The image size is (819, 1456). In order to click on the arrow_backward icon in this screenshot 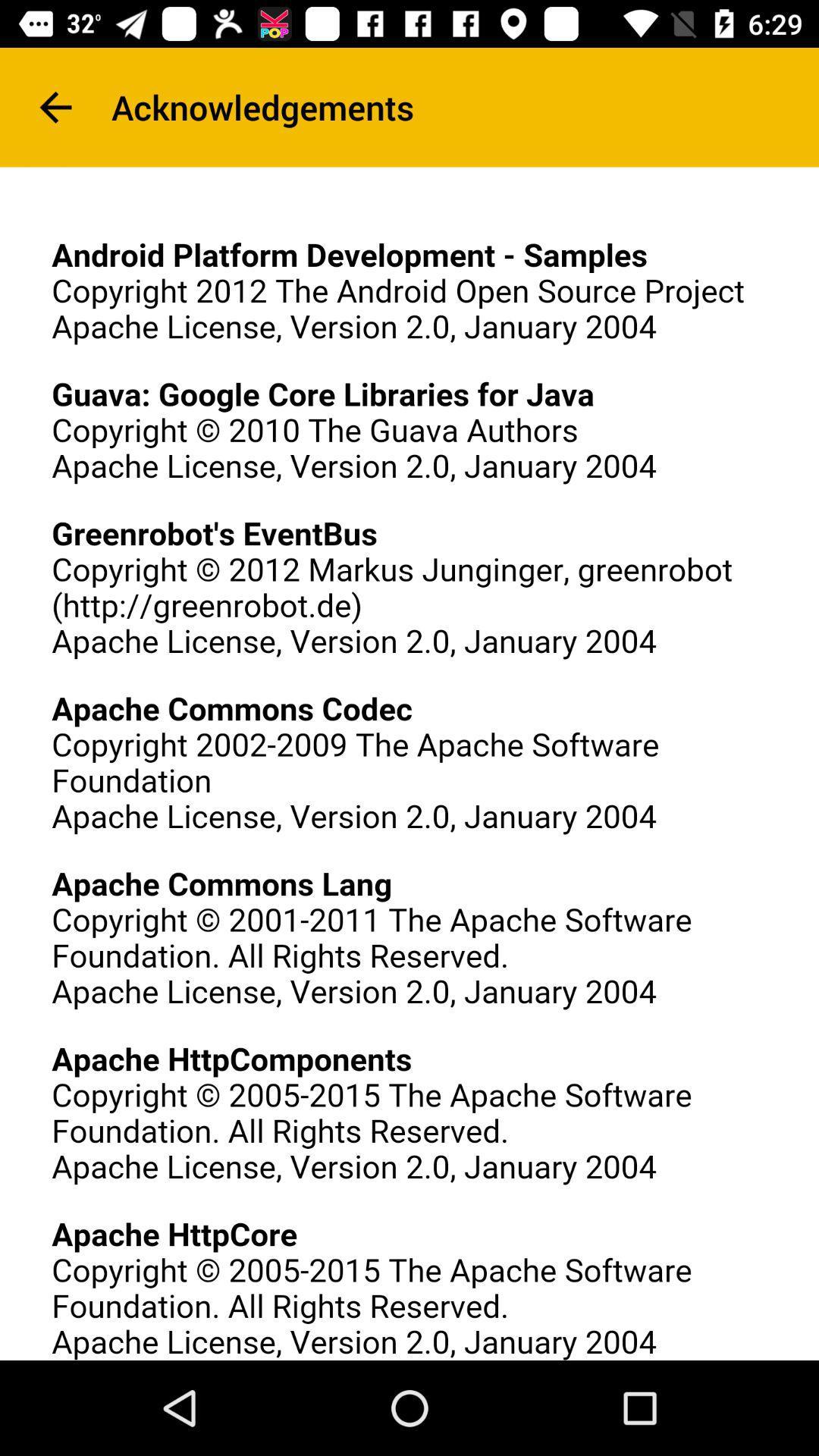, I will do `click(55, 106)`.